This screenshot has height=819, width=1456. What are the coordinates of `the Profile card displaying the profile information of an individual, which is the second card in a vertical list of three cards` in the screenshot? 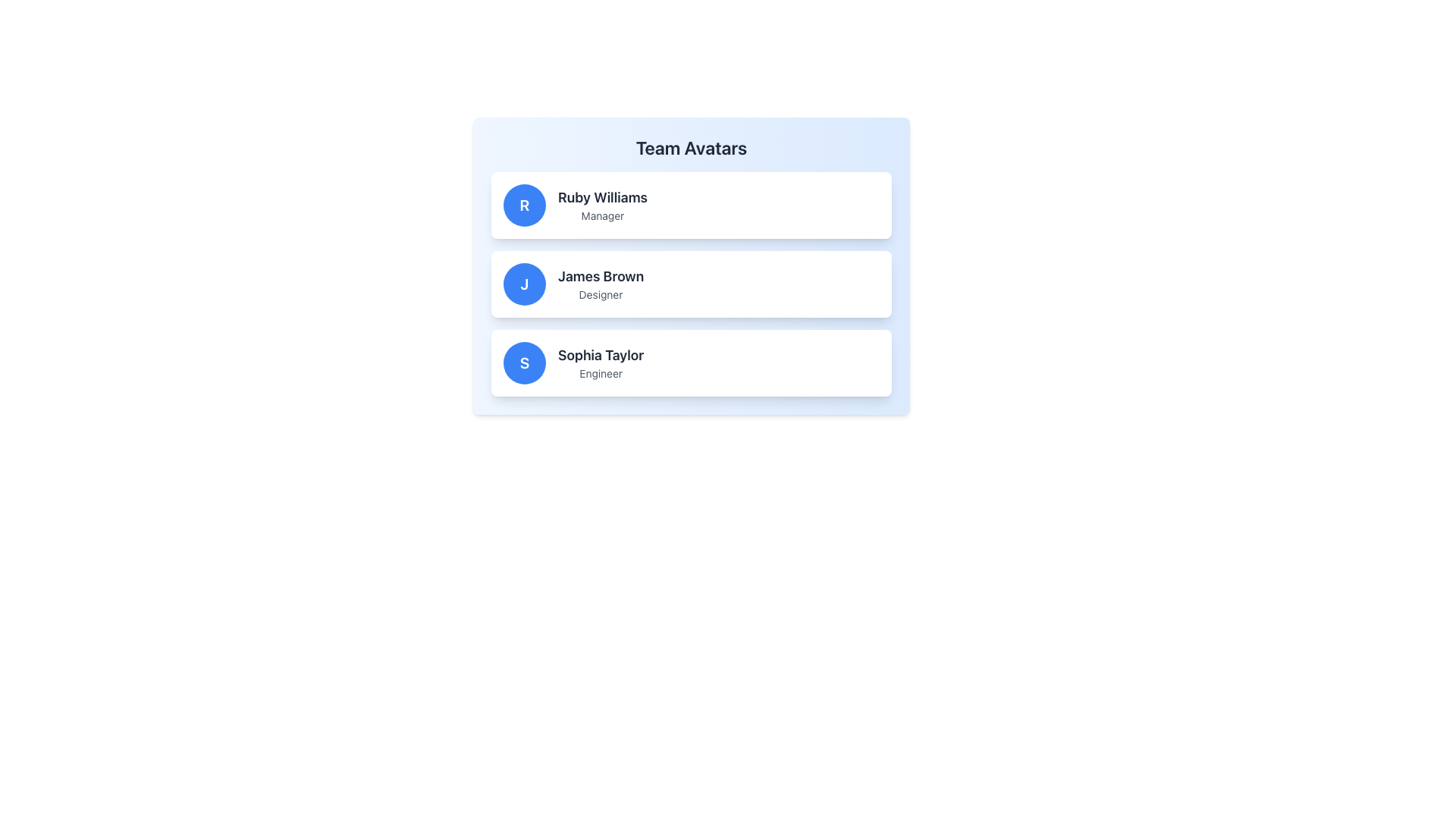 It's located at (691, 284).